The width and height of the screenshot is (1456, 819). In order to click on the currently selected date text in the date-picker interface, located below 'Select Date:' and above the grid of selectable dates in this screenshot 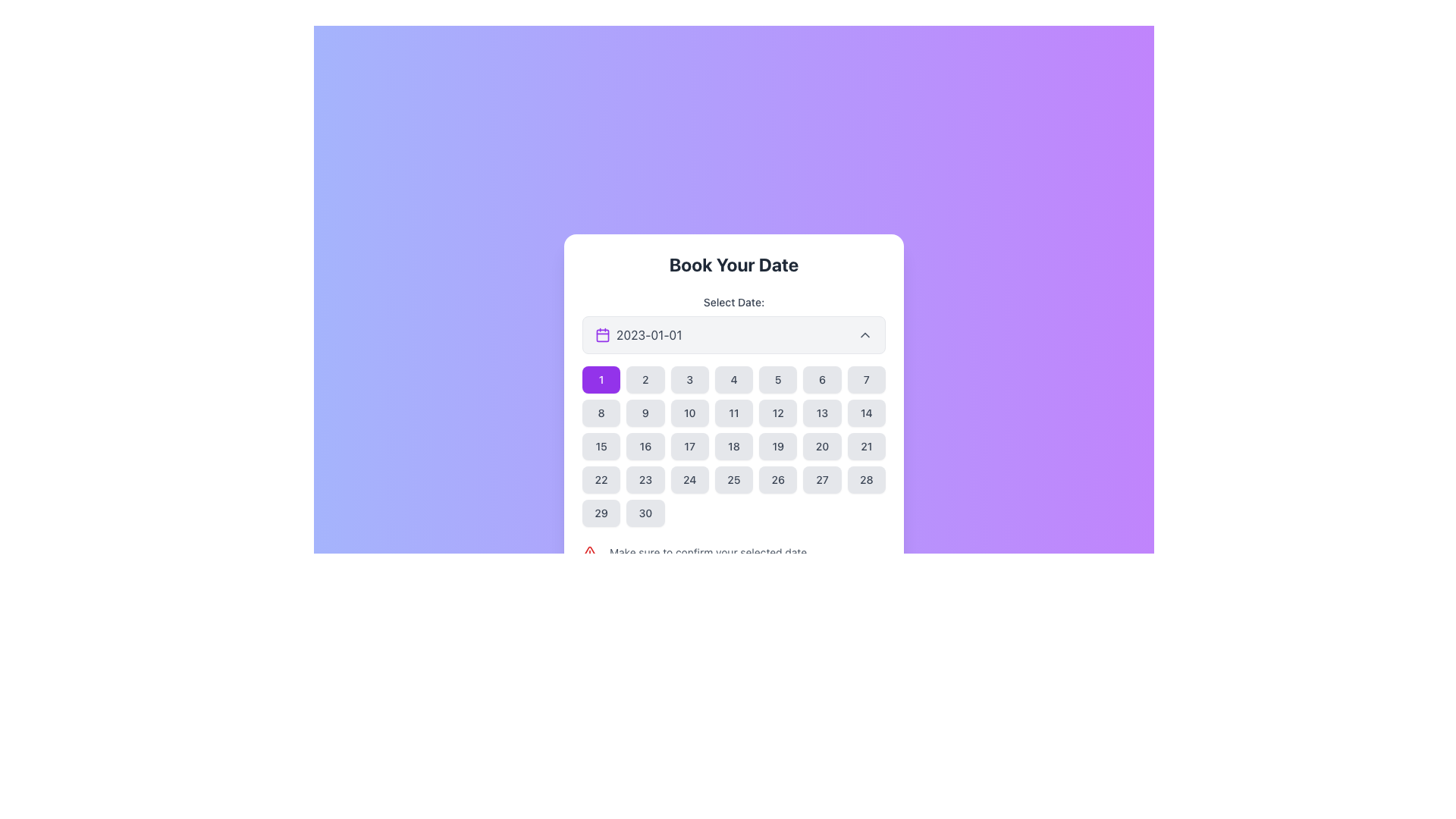, I will do `click(649, 334)`.